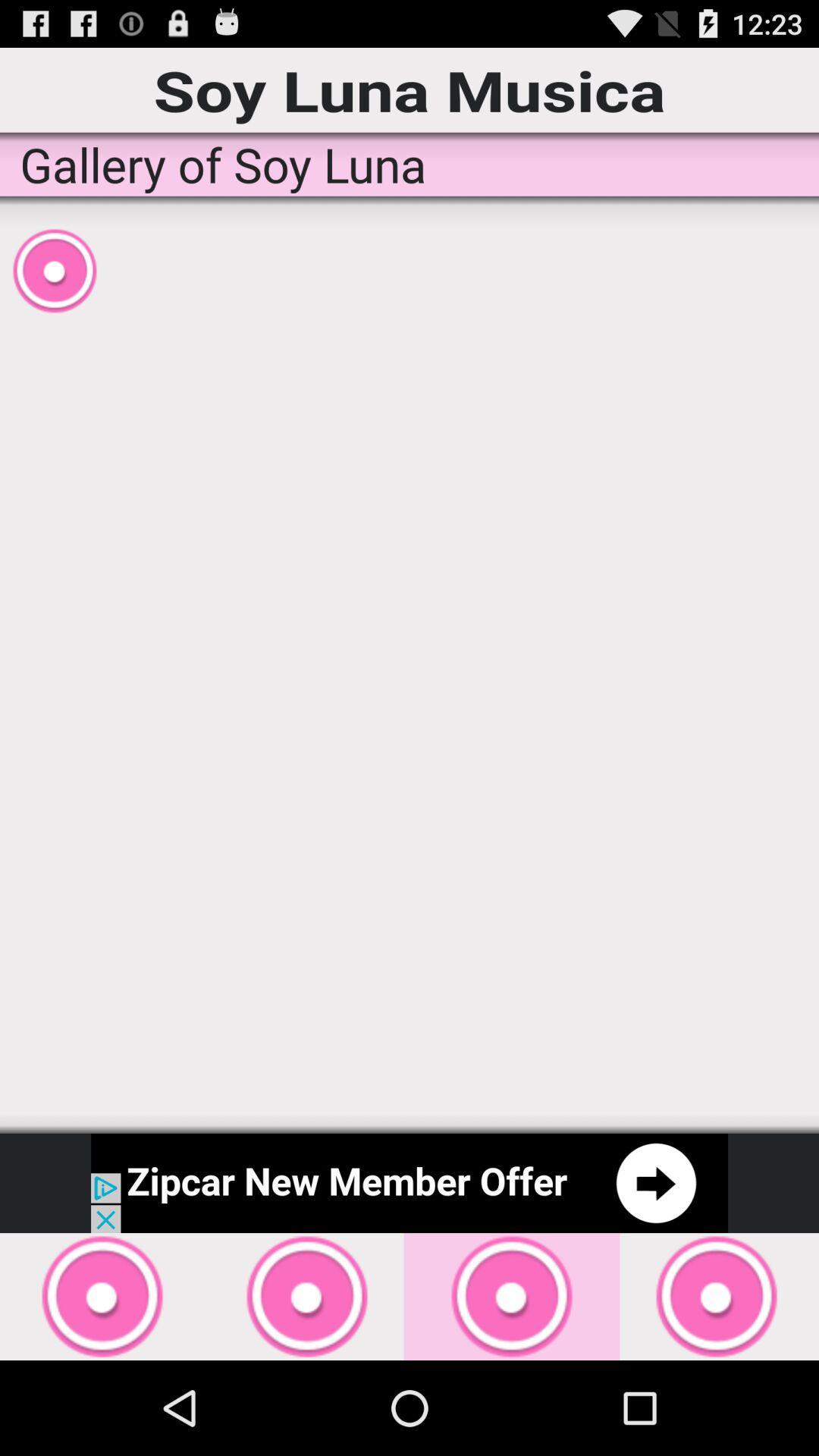 The height and width of the screenshot is (1456, 819). What do you see at coordinates (409, 1182) in the screenshot?
I see `advertisement banner` at bounding box center [409, 1182].